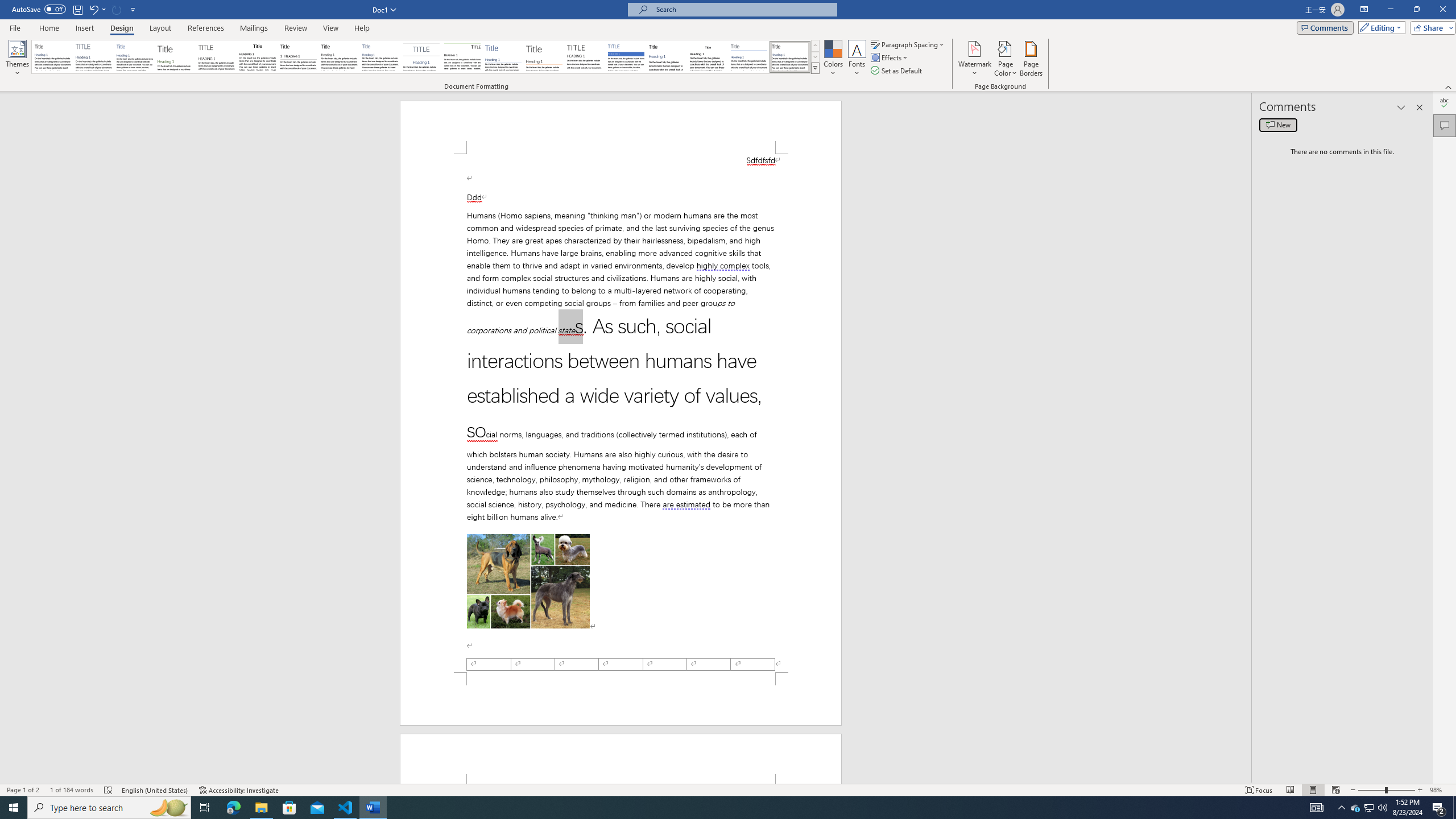 This screenshot has width=1456, height=819. Describe the element at coordinates (890, 56) in the screenshot. I see `'Effects'` at that location.